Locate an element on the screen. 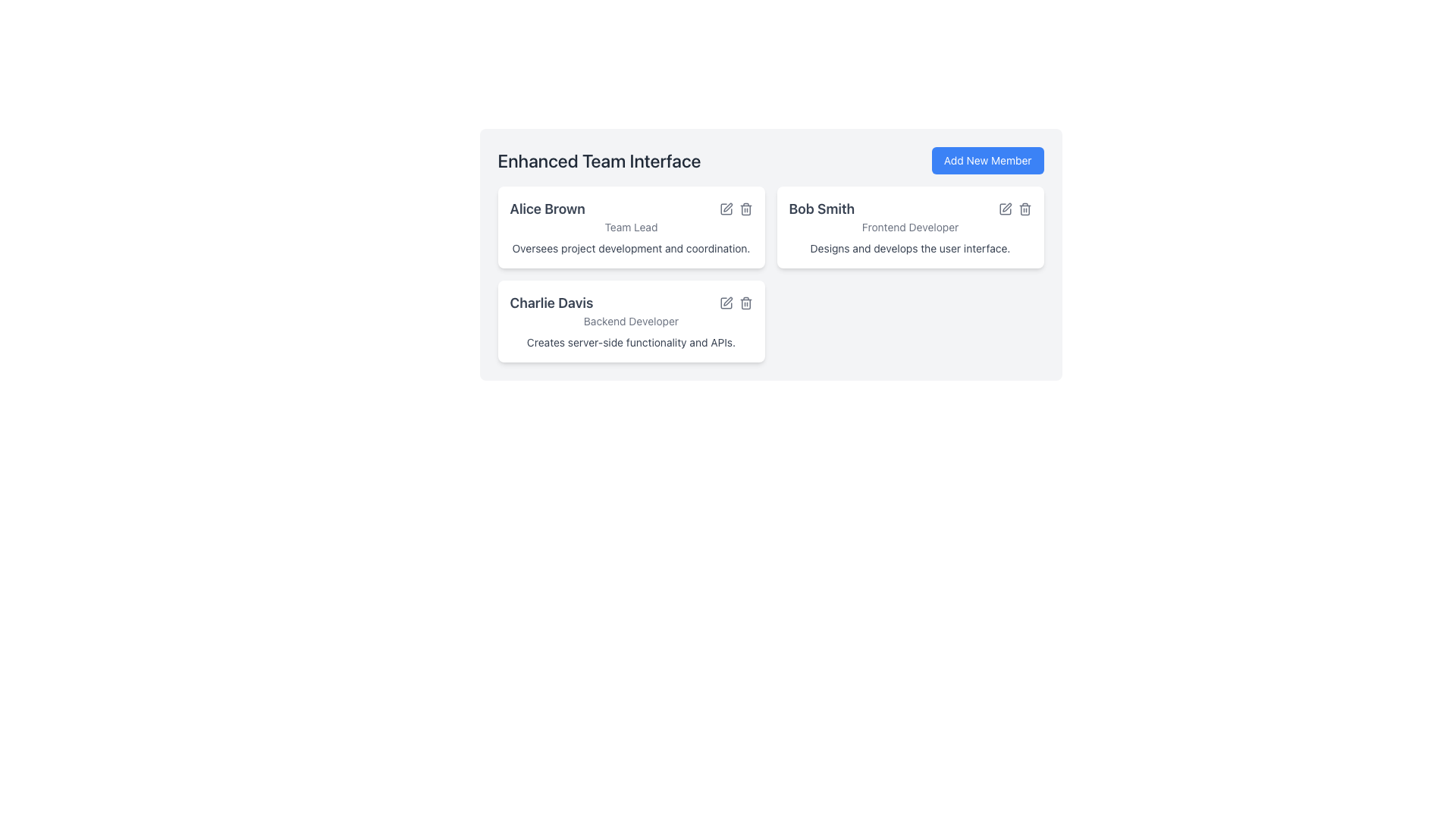  the Edit Button icon, which resembles a pen, located within the card of 'Alice Brown' is located at coordinates (726, 207).